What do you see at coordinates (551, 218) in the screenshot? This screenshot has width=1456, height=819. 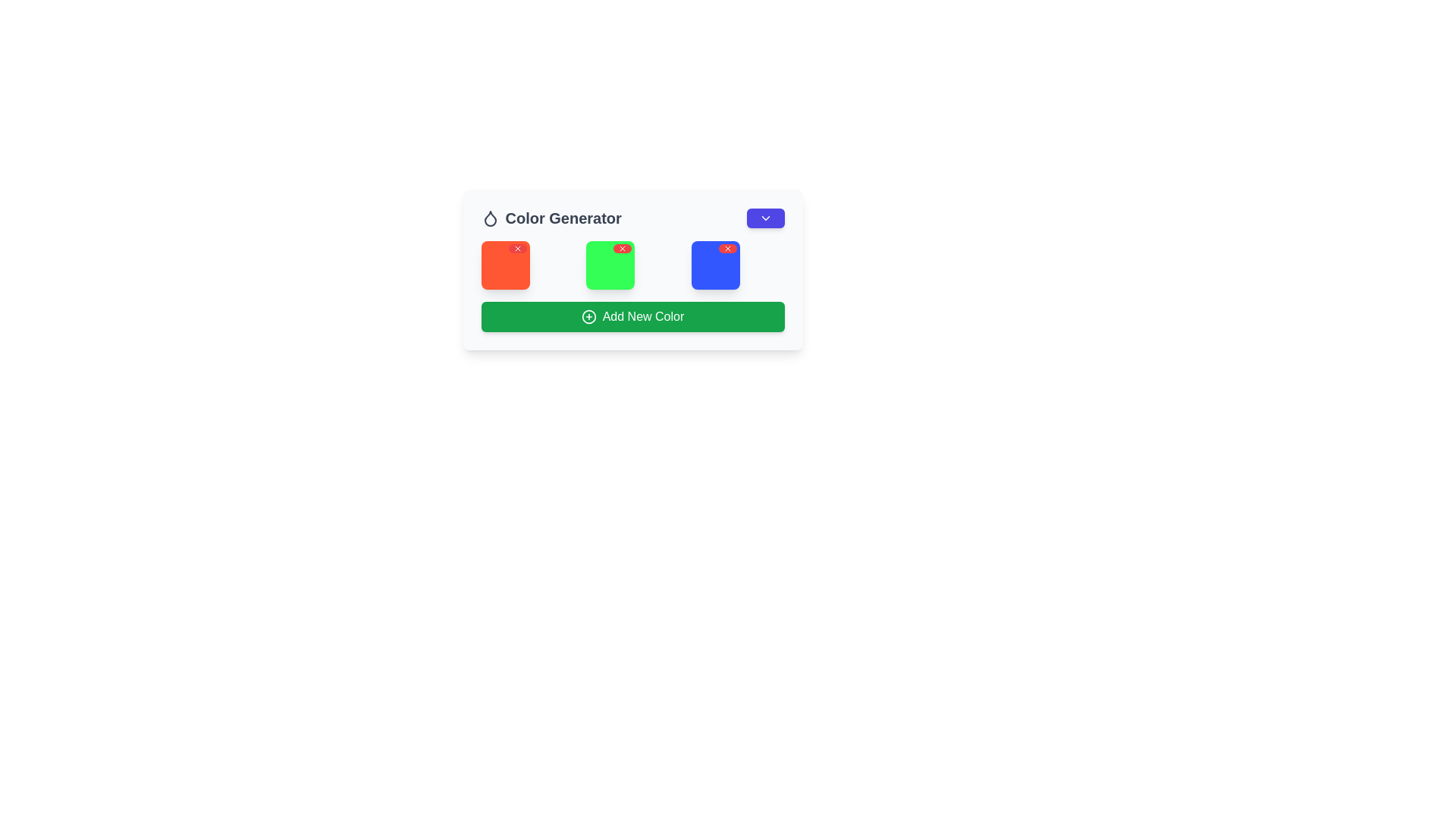 I see `text label in the top-left section that indicates the purpose of the UI section related to color functionalities` at bounding box center [551, 218].